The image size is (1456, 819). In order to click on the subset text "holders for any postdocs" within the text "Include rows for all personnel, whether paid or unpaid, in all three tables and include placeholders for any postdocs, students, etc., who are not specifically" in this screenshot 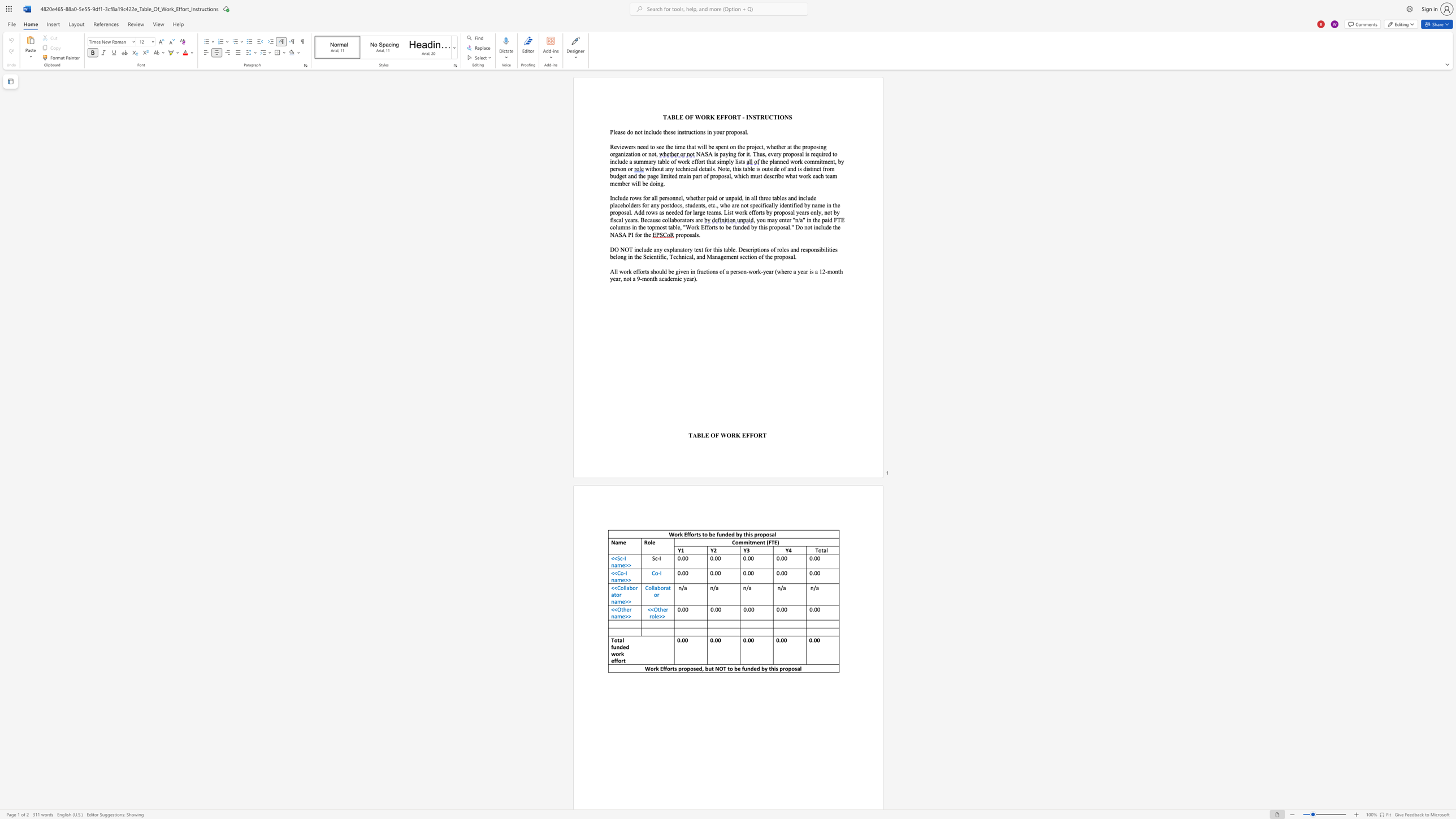, I will do `click(623, 205)`.